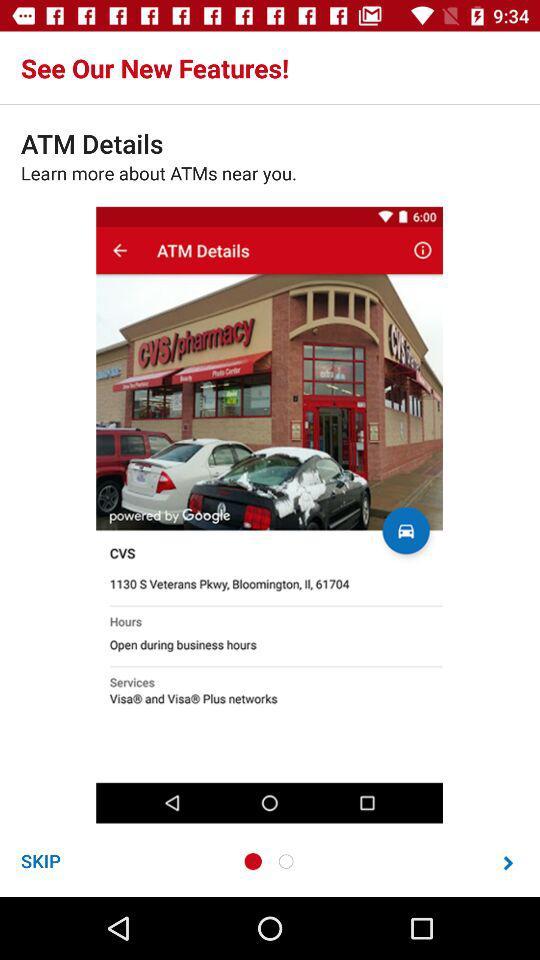  I want to click on the arrow_forward icon, so click(508, 861).